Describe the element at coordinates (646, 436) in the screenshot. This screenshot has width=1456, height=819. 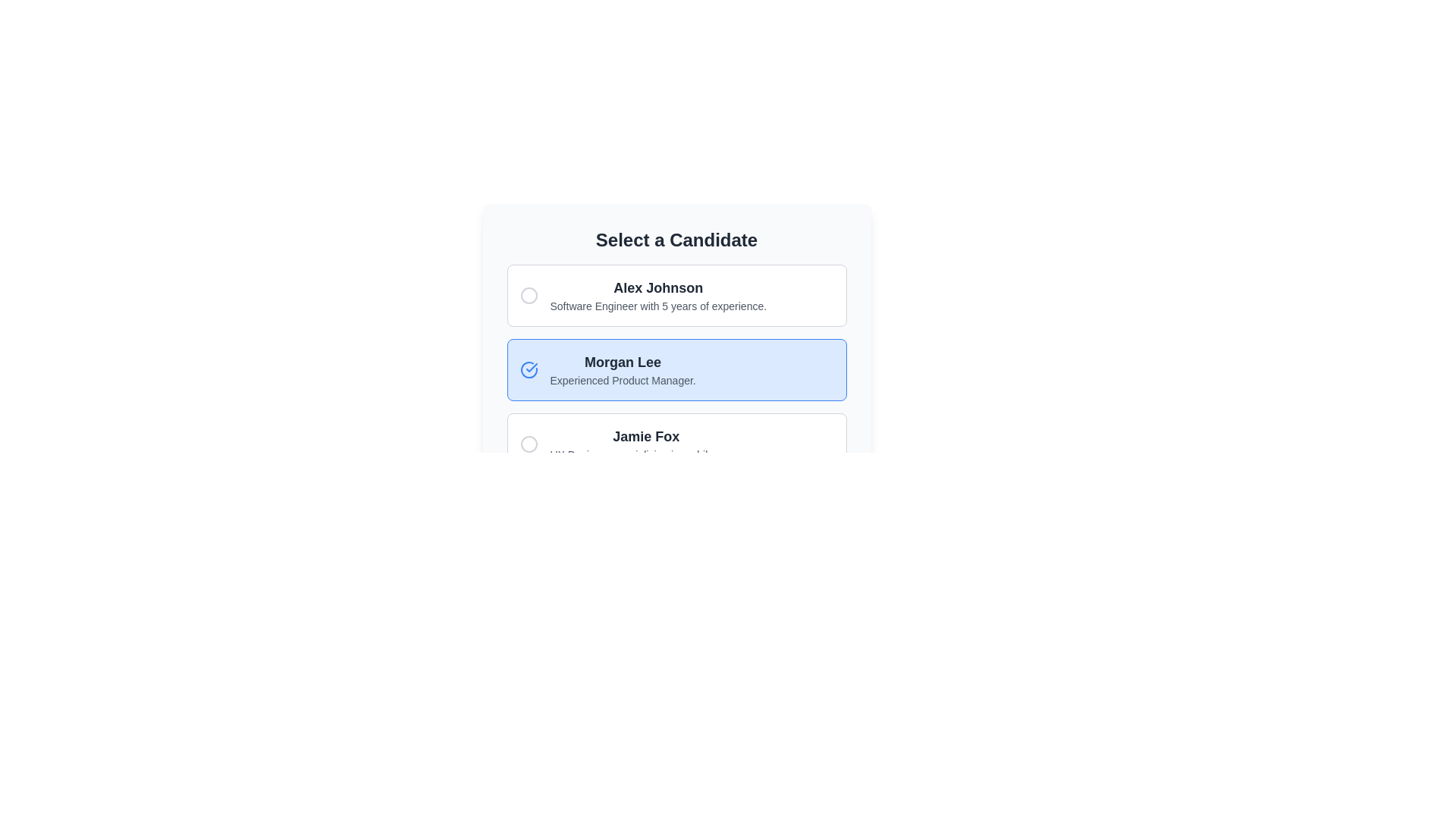
I see `the static text element that serves as the title for the candidate profile, positioned centrally in the third option block of the vertical list layout` at that location.